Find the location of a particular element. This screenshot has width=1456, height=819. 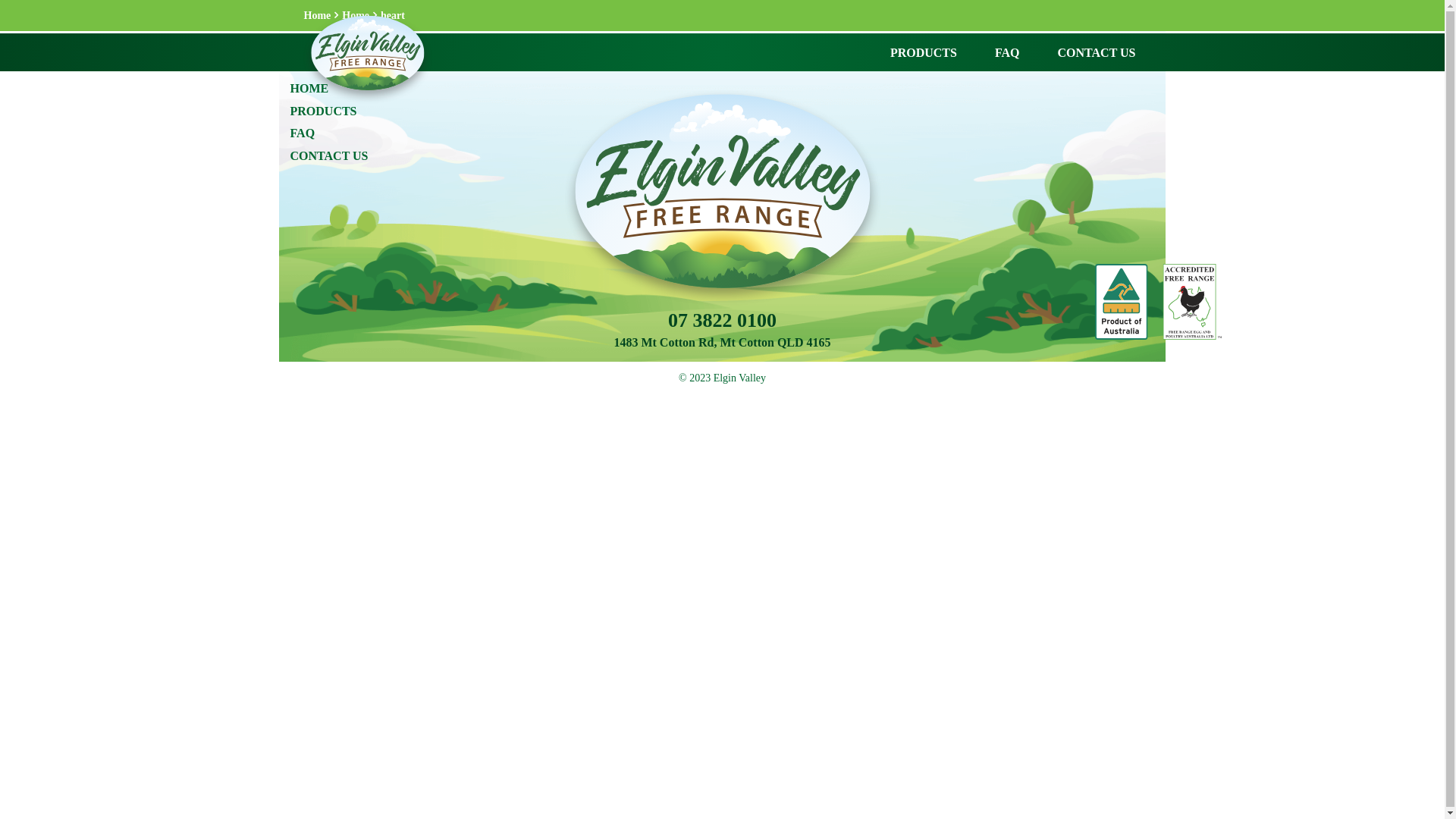

'CONTACT US' is located at coordinates (1097, 52).